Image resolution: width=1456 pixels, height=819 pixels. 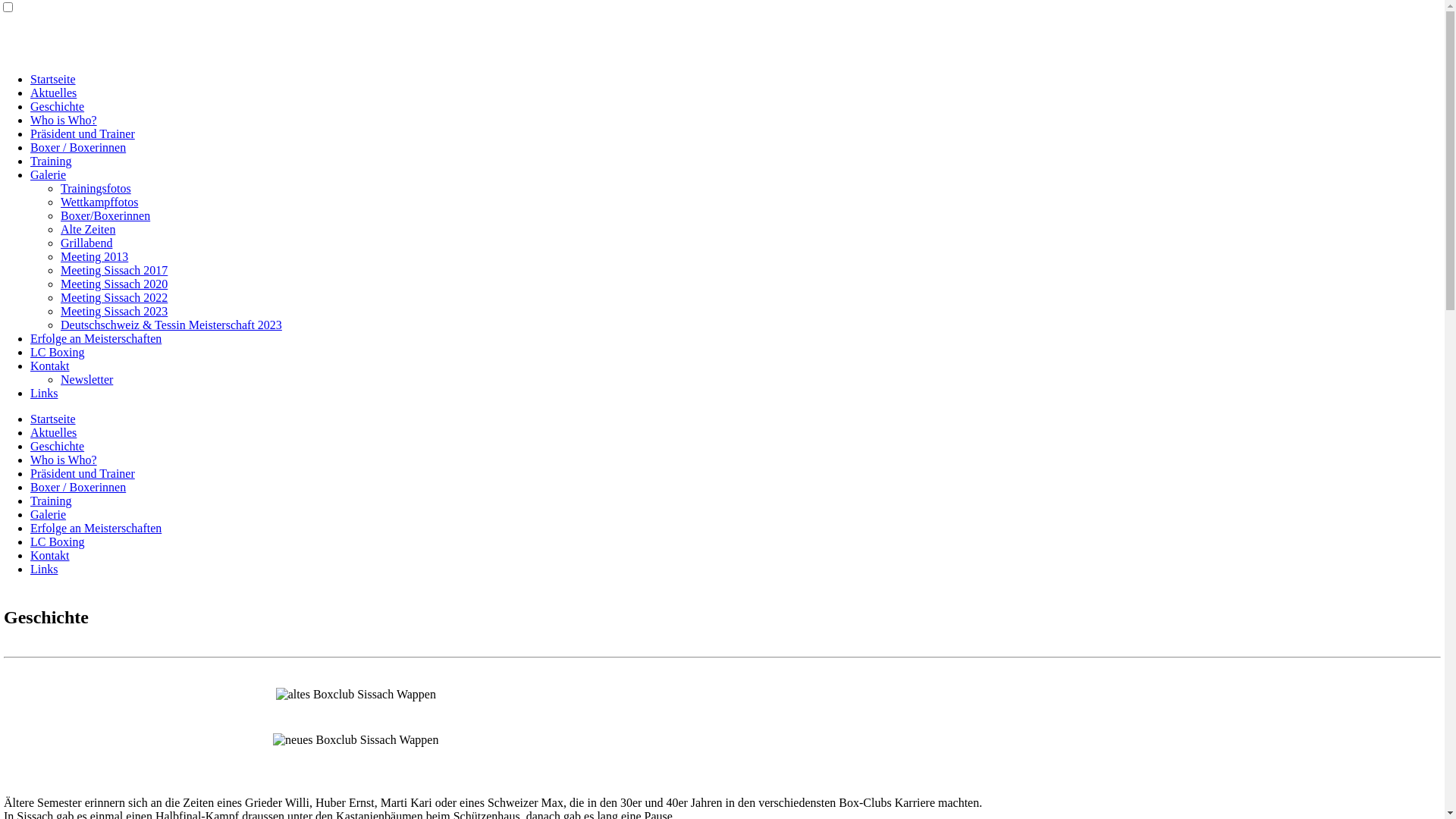 I want to click on 'Newsletter', so click(x=86, y=378).